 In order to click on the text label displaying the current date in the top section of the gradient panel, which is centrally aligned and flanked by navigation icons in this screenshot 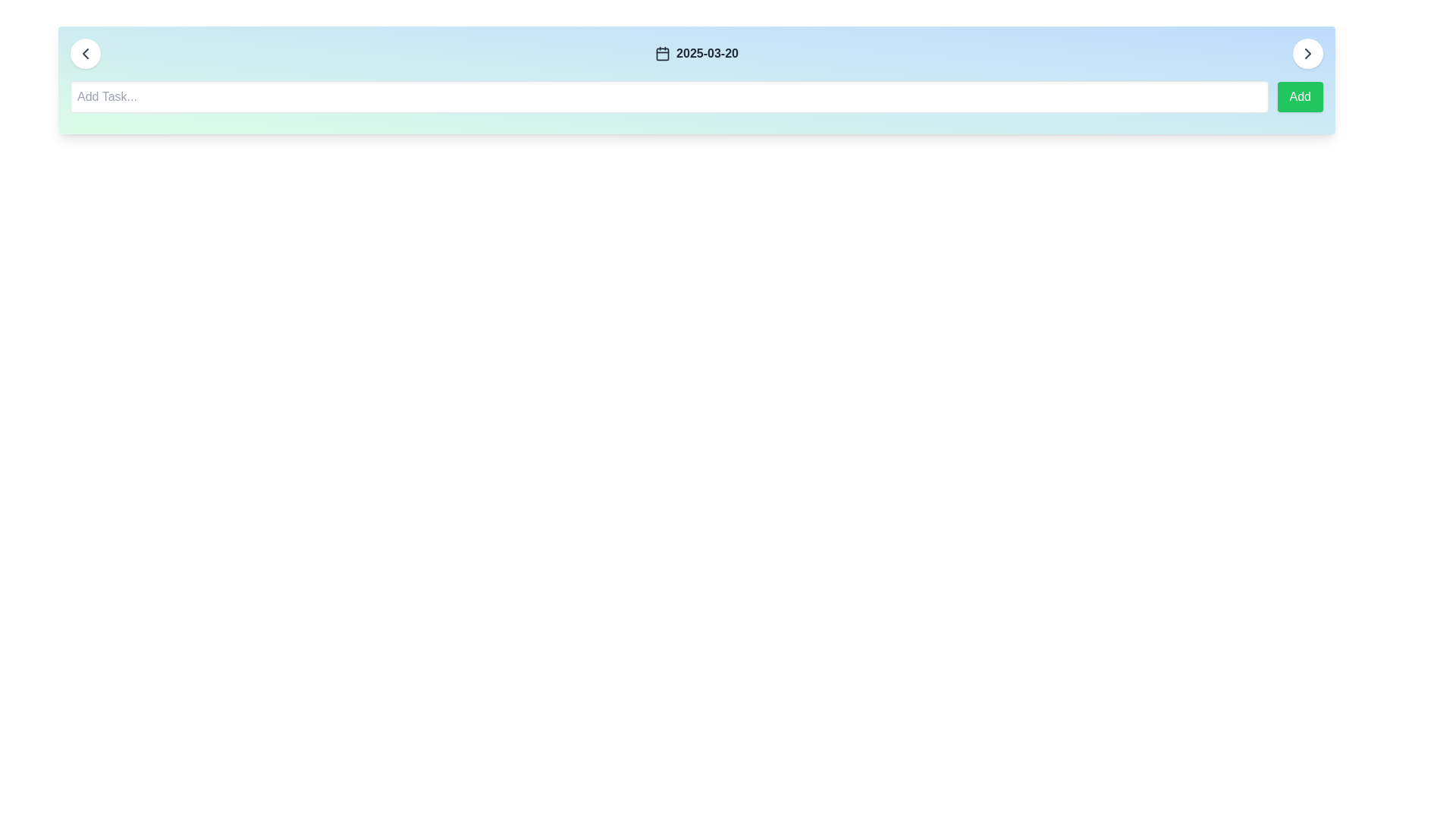, I will do `click(695, 52)`.